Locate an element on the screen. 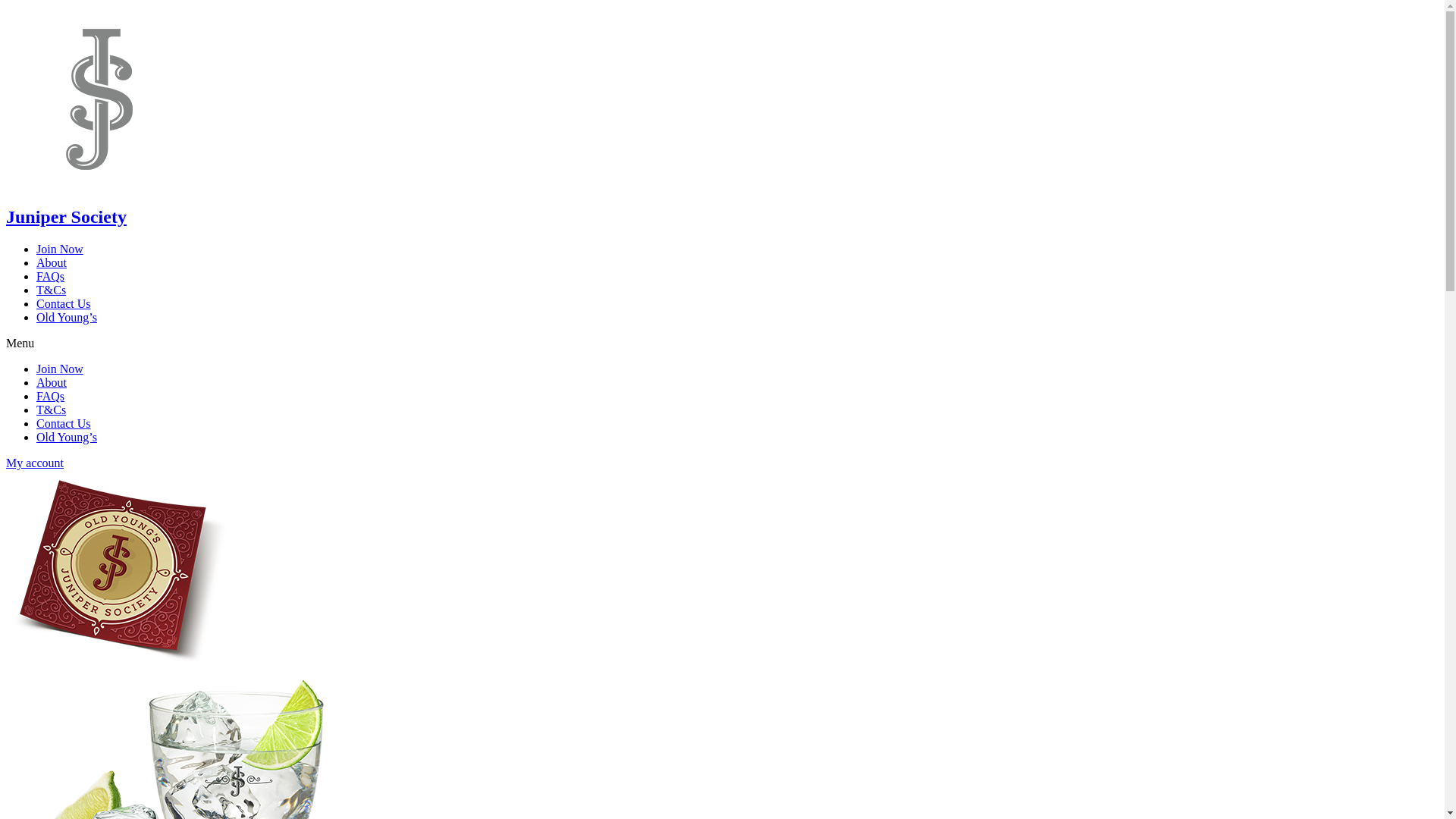 Image resolution: width=1456 pixels, height=819 pixels. 'Join Now' is located at coordinates (59, 369).